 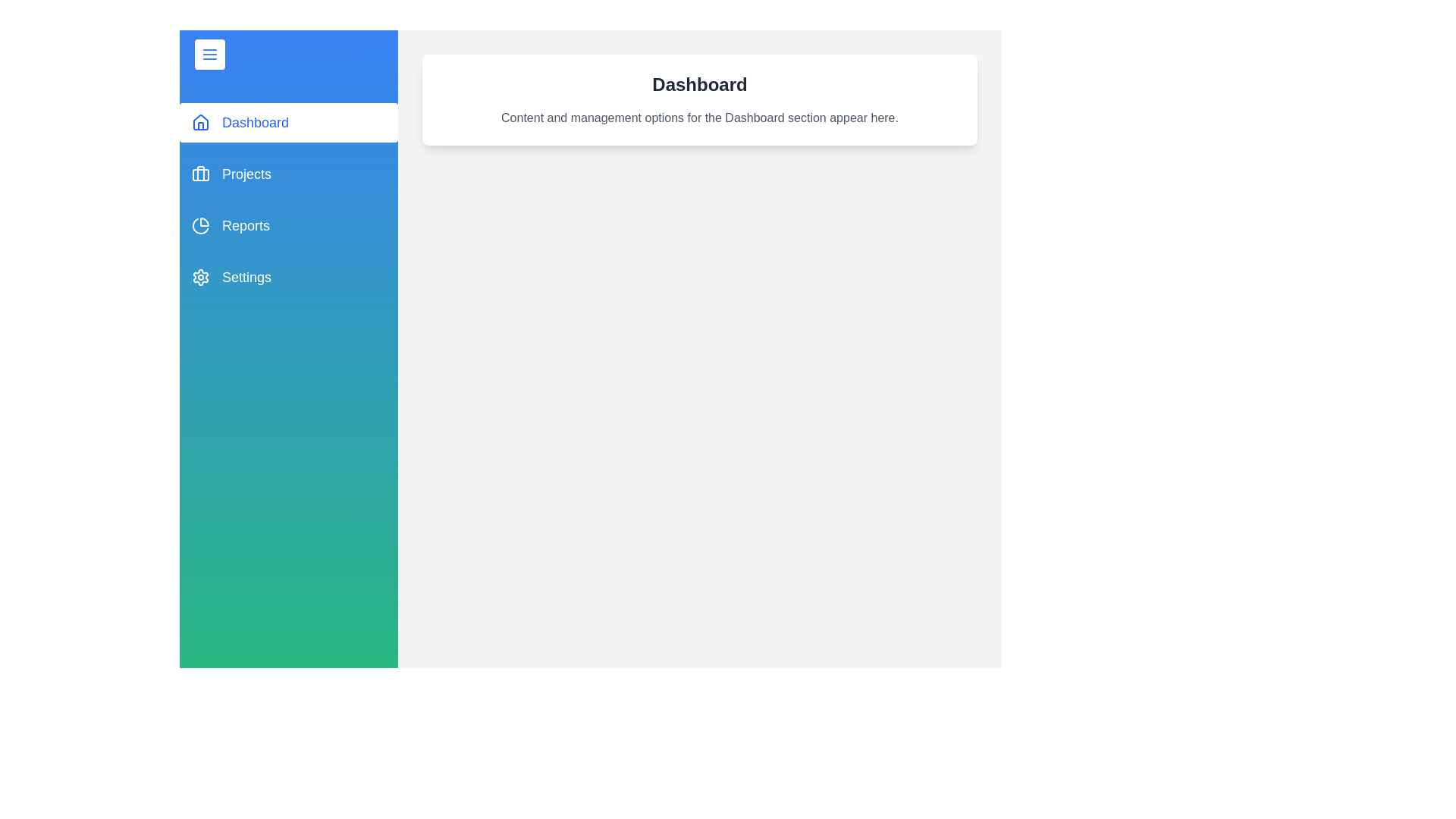 I want to click on the section Dashboard from the navigation menu, so click(x=288, y=122).